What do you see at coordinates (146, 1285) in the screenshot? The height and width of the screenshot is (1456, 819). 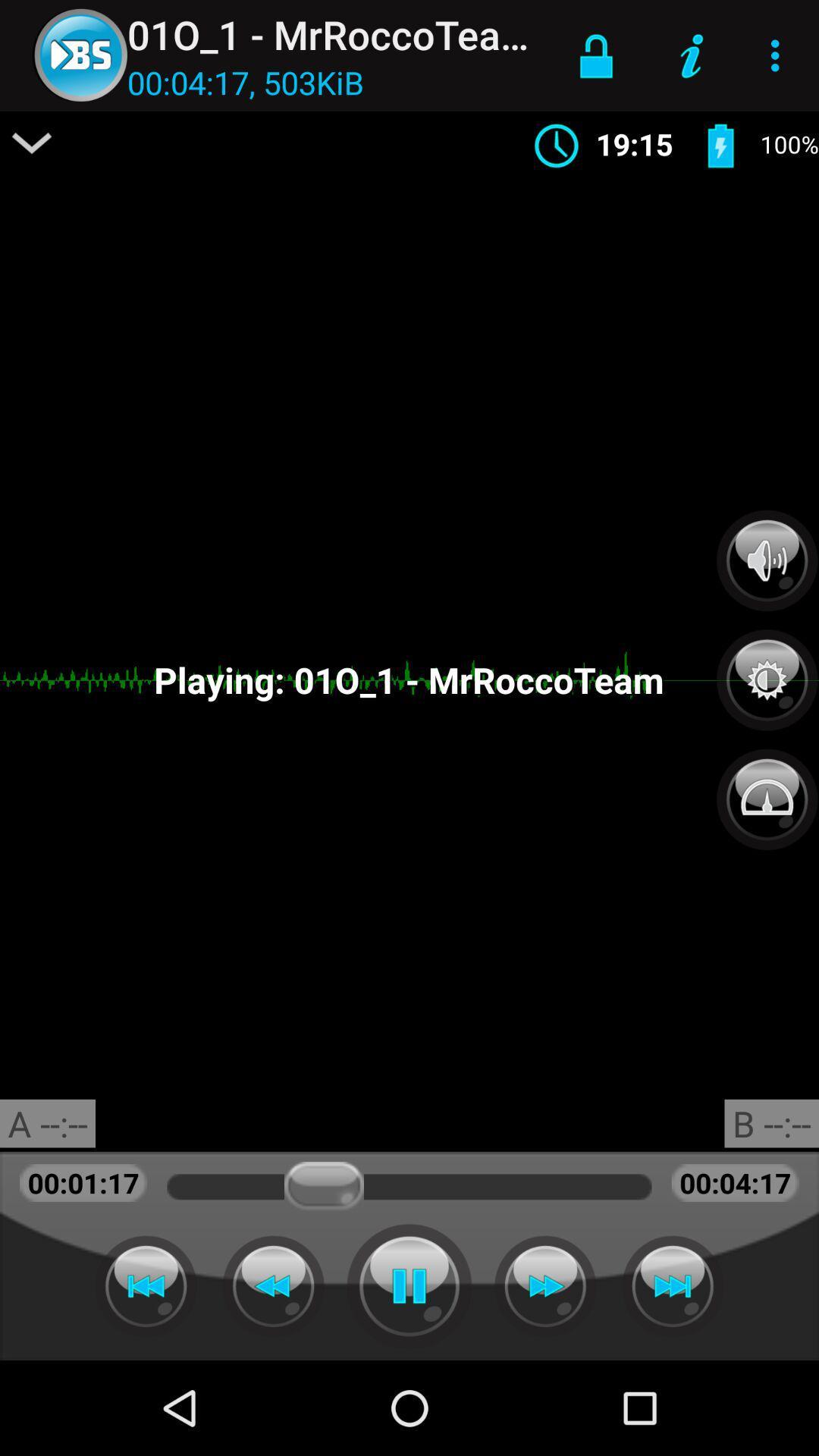 I see `previous track` at bounding box center [146, 1285].